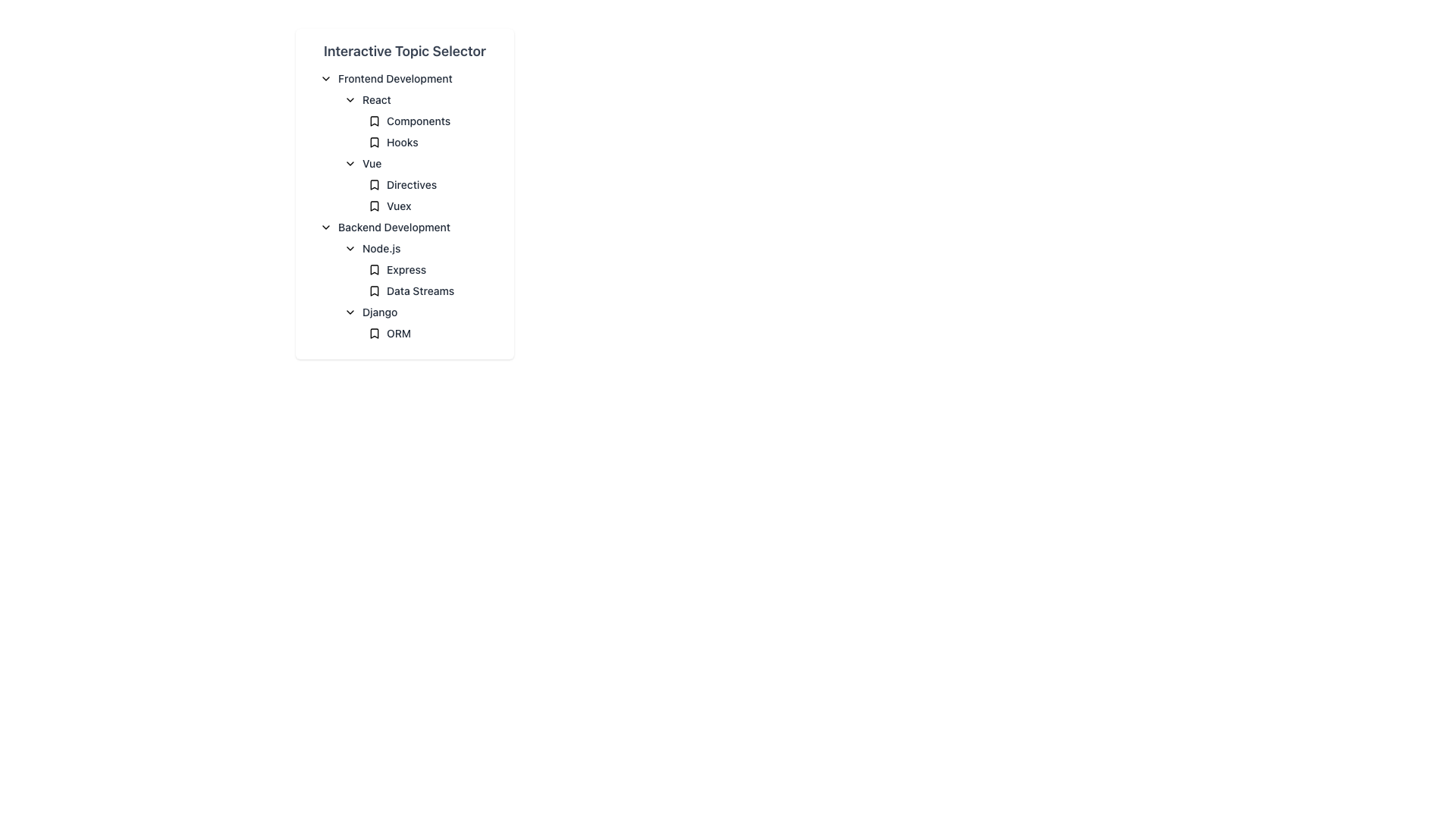 The width and height of the screenshot is (1456, 819). Describe the element at coordinates (435, 184) in the screenshot. I see `the 'Directives' label with a bookmark icon located below the 'Vue' header in the 'Frontend Development' category` at that location.